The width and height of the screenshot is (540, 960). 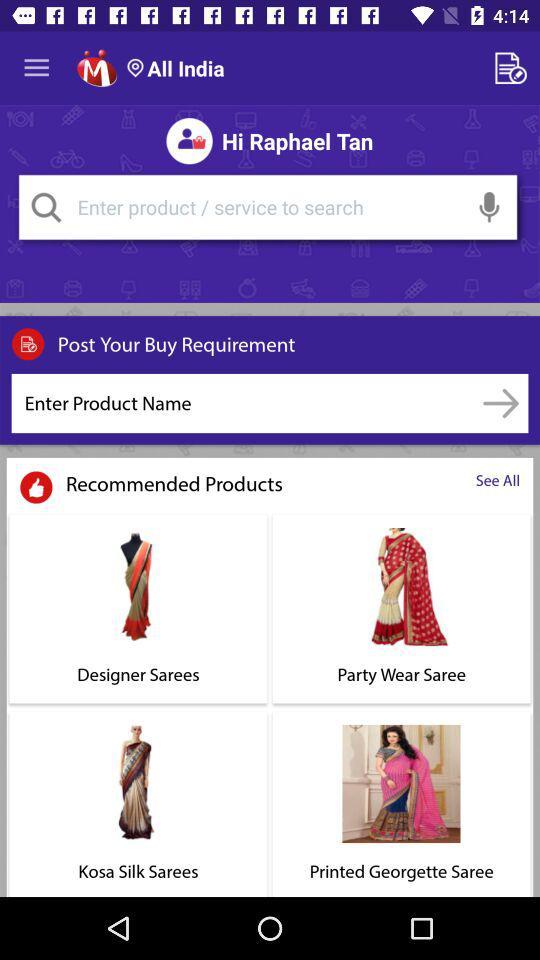 What do you see at coordinates (243, 402) in the screenshot?
I see `the box which is below the post your buy requirement` at bounding box center [243, 402].